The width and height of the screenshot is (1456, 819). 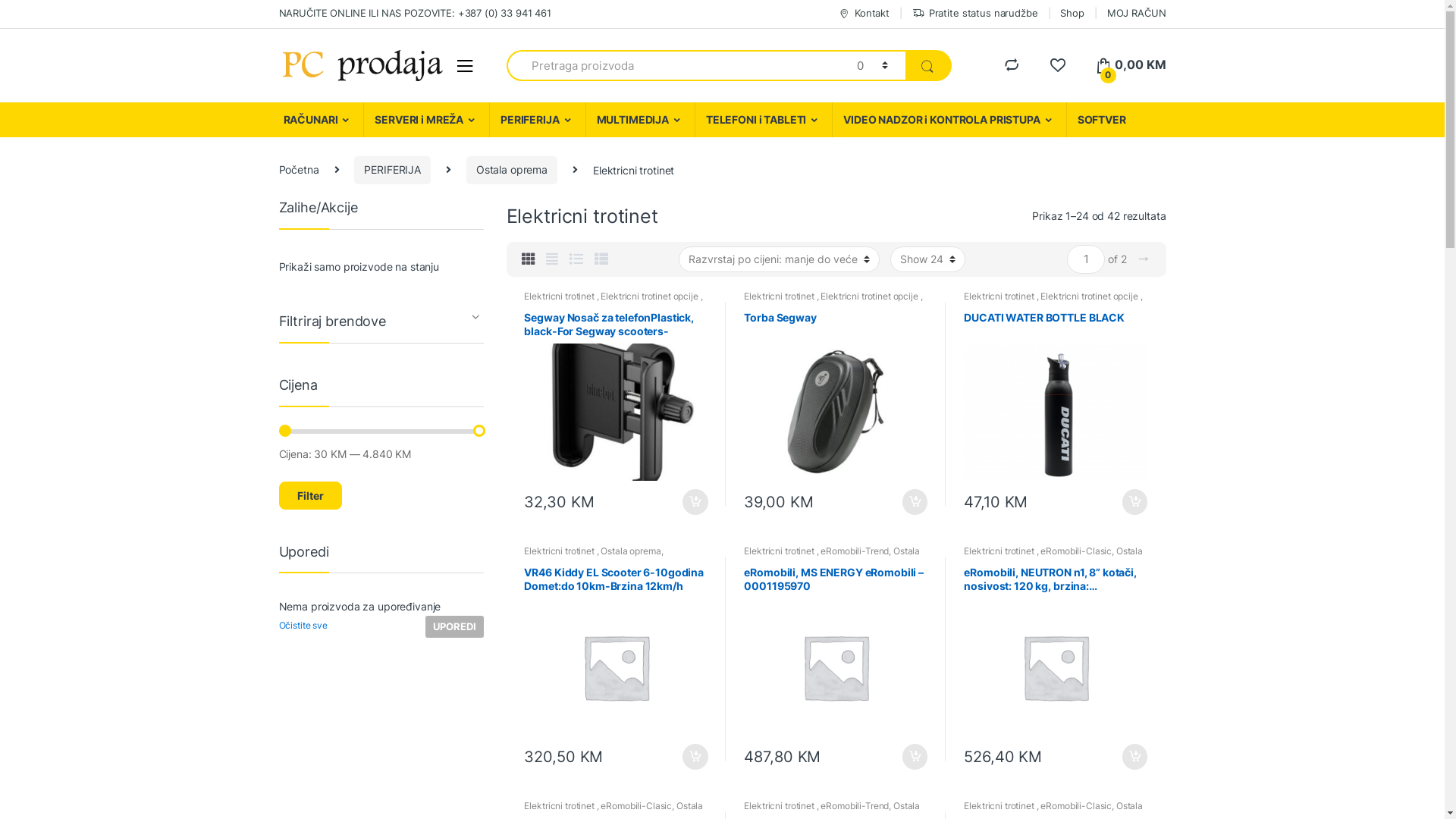 I want to click on 'VIDEO NADZOR i KONTROLA PRISTUPA', so click(x=948, y=119).